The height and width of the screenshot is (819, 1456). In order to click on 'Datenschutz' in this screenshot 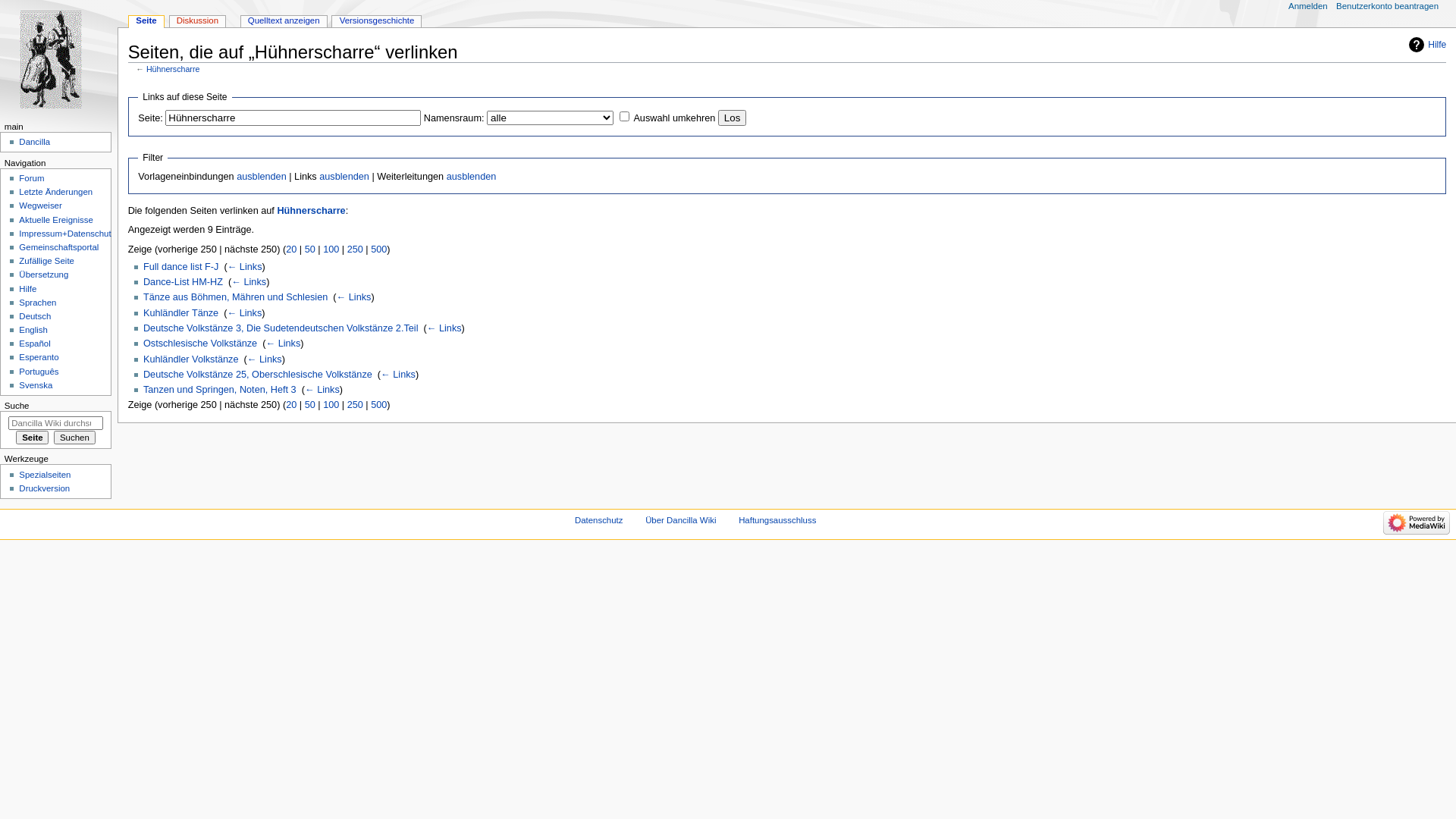, I will do `click(574, 519)`.